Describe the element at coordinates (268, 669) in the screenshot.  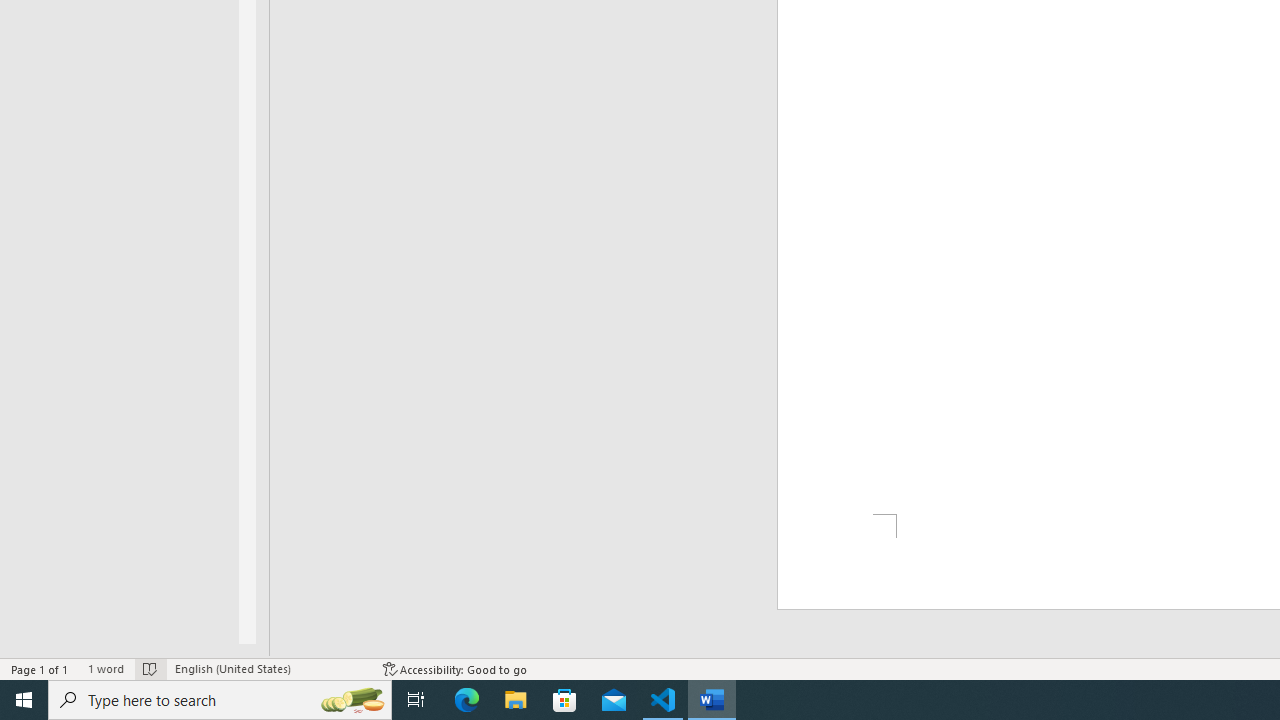
I see `'Language English (United States)'` at that location.